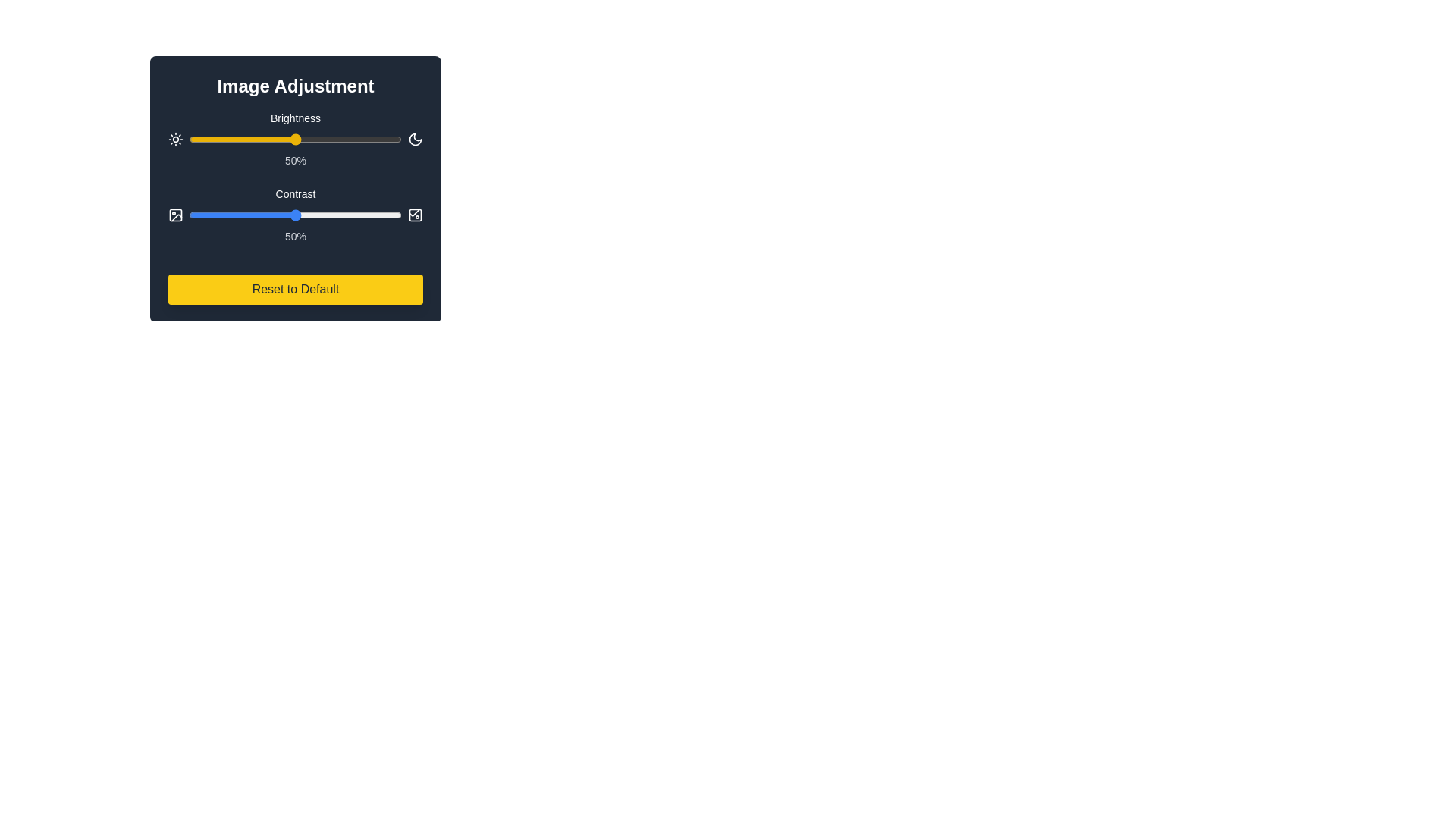  I want to click on the Text Label that describes the contrast adjustment slider, which is centrally located above the slider control labeled with the current value of 50%, so click(295, 193).